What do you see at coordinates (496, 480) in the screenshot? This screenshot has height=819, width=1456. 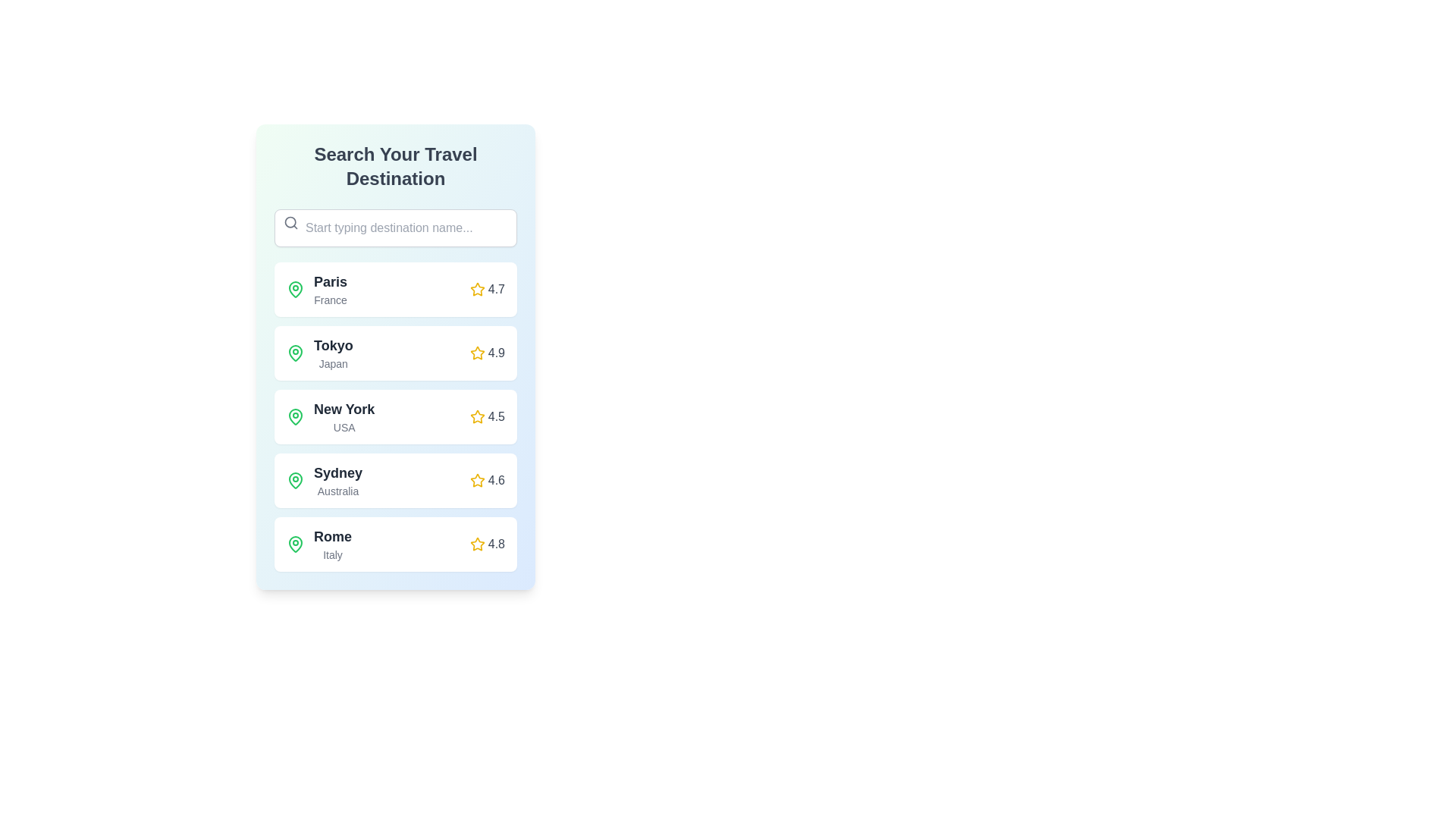 I see `the numeric text label displaying '4.6', which is styled with a medium-weight font and a gray color scheme, indicating a rating, located in the fourth row of travel destinations, to the right of a yellow star icon and aligned with 'Sydney'` at bounding box center [496, 480].